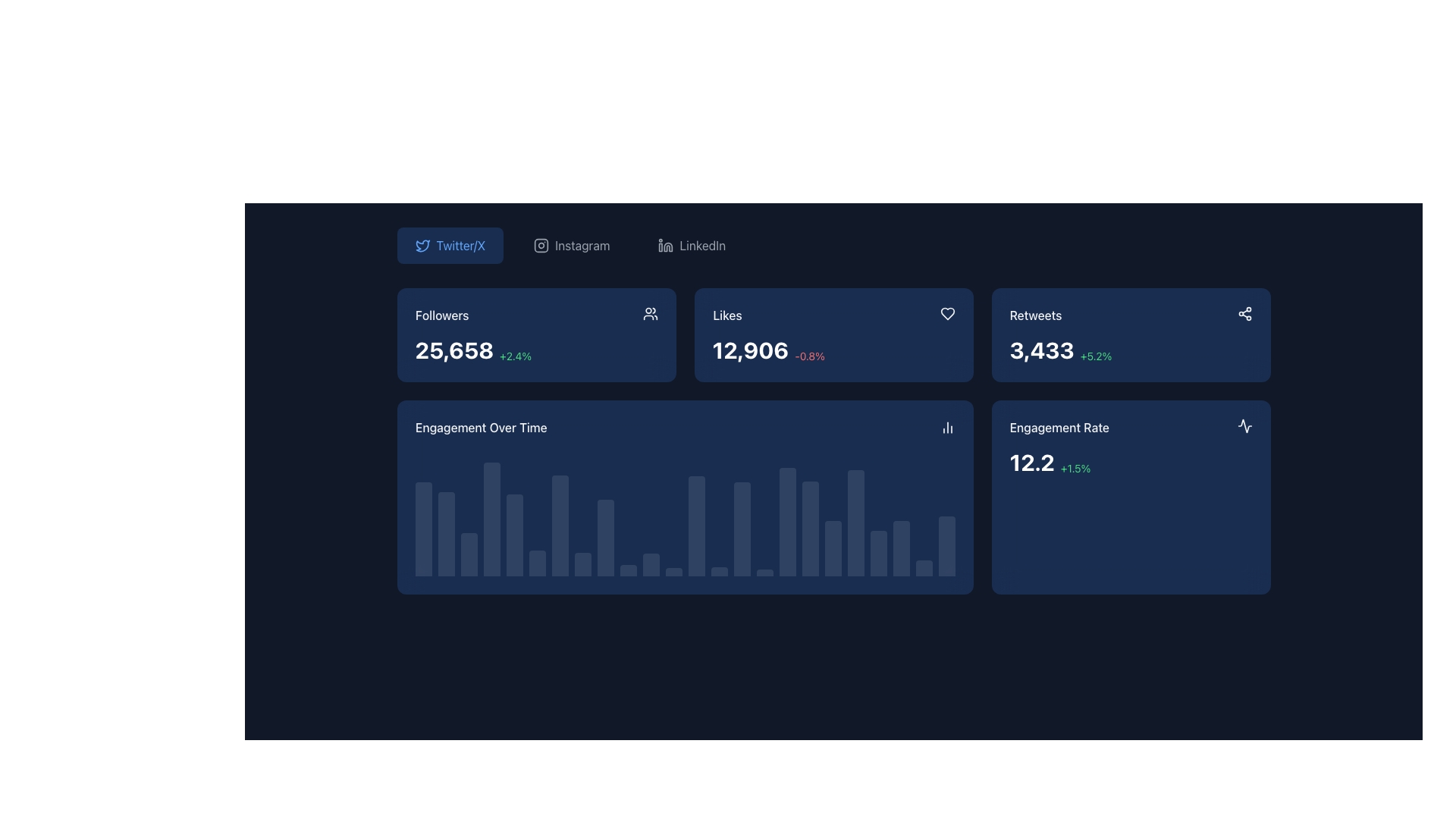  Describe the element at coordinates (582, 564) in the screenshot. I see `the eighth bar in the 'Engagement Over Time' chart that represents data related to engagement metrics` at that location.